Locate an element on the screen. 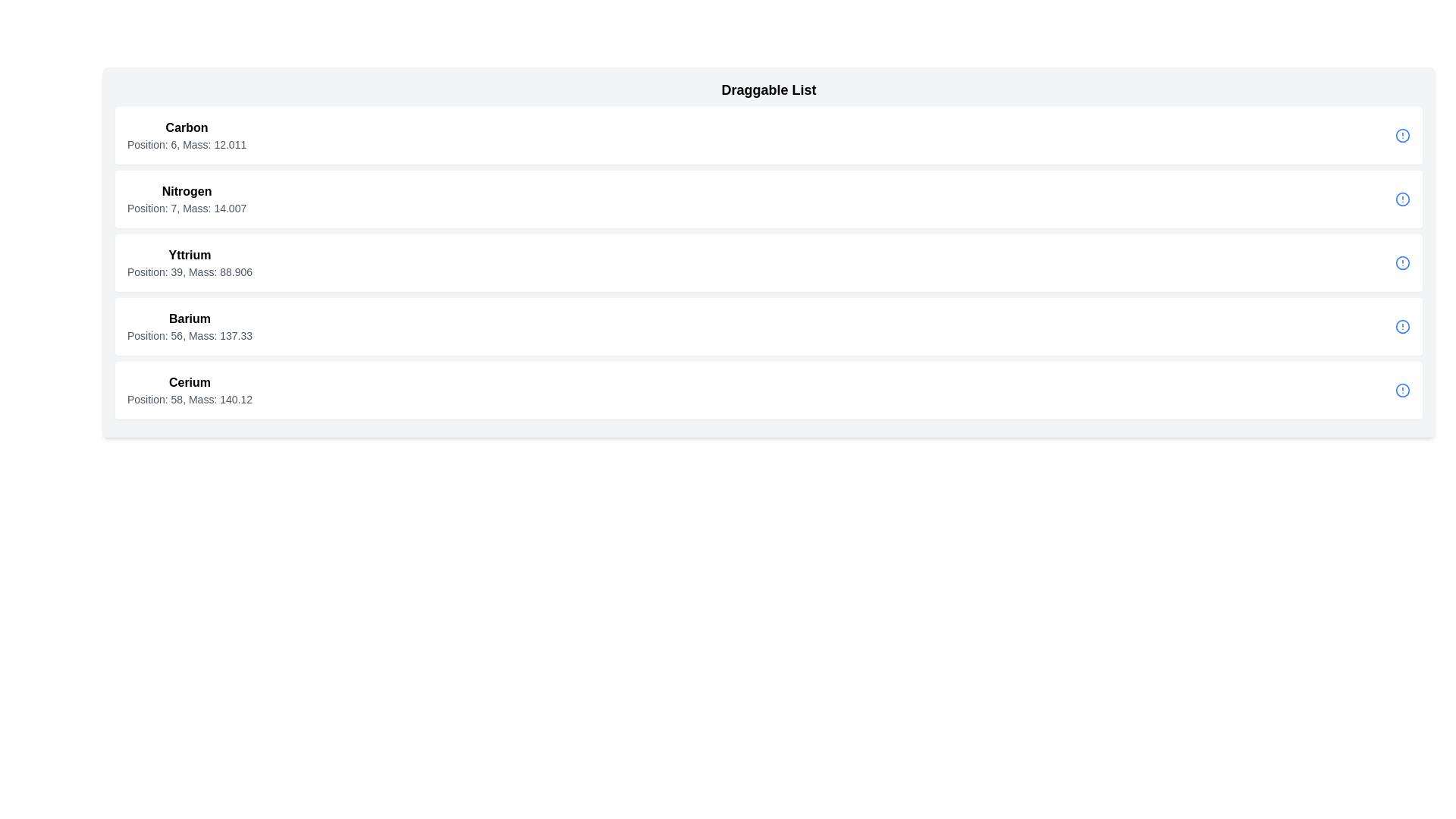  the List item displaying information about Cerium is located at coordinates (768, 390).